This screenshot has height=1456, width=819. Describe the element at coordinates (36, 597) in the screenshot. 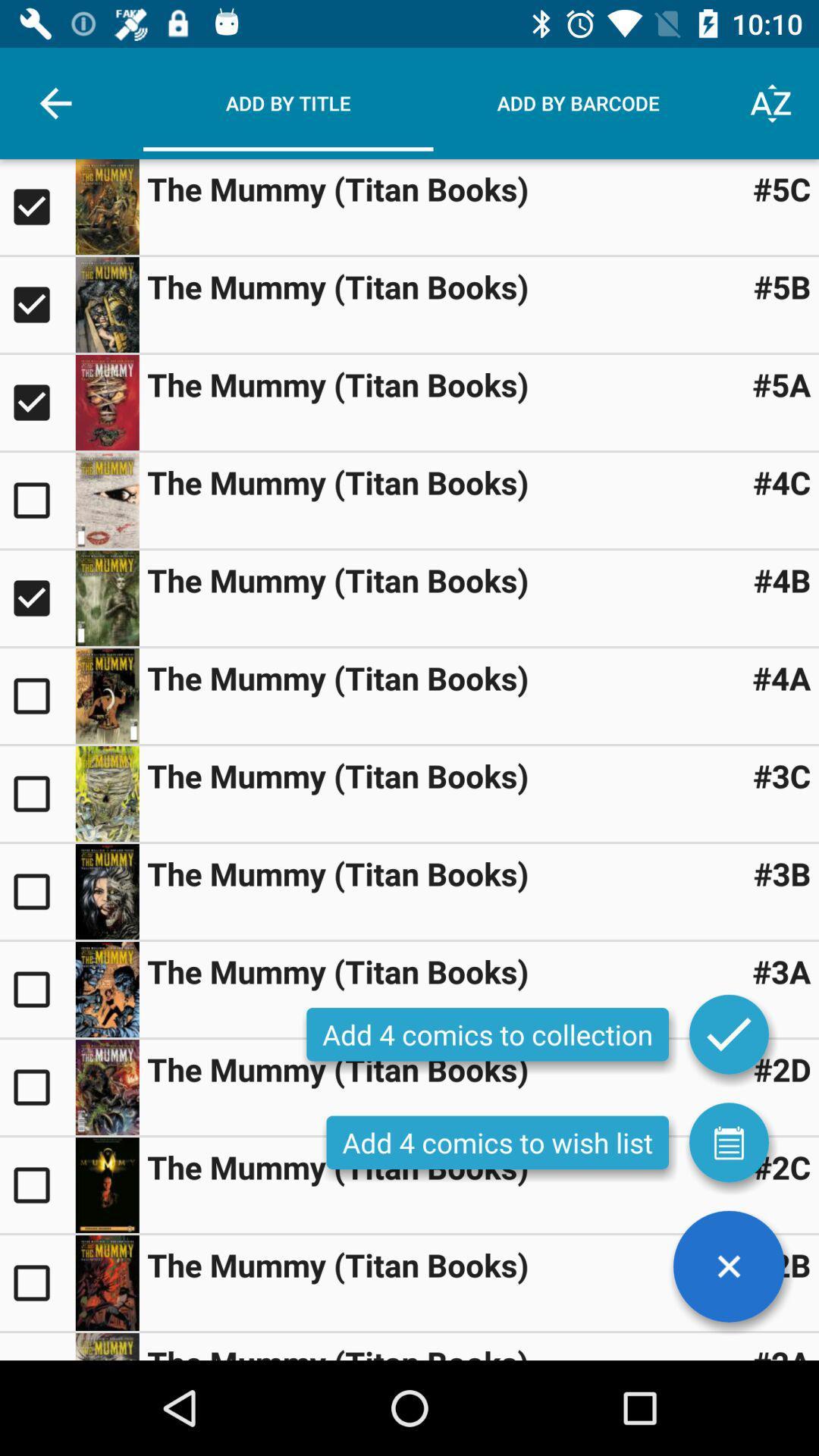

I see `selection choice` at that location.